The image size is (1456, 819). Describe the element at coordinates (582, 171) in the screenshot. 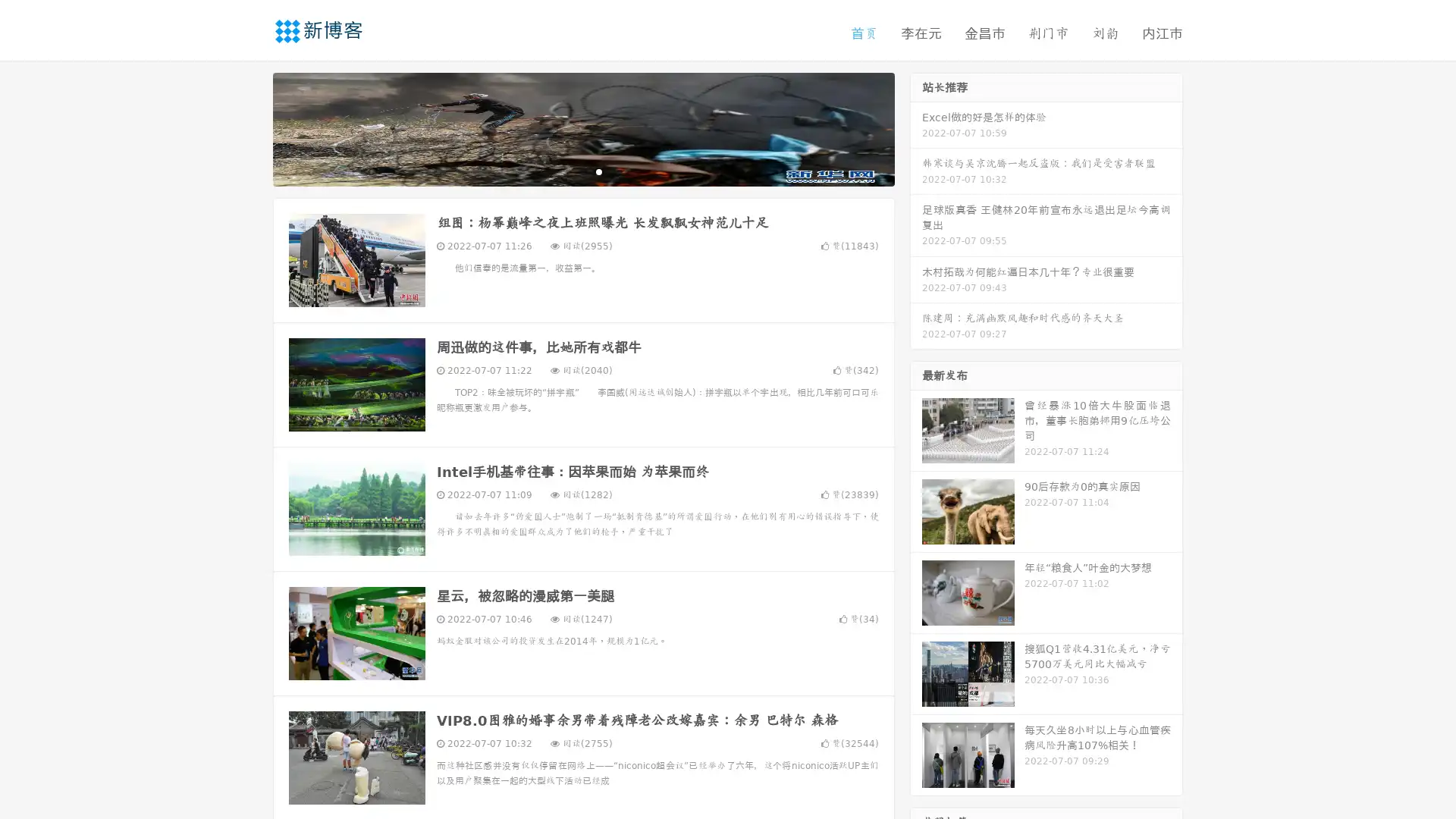

I see `Go to slide 2` at that location.